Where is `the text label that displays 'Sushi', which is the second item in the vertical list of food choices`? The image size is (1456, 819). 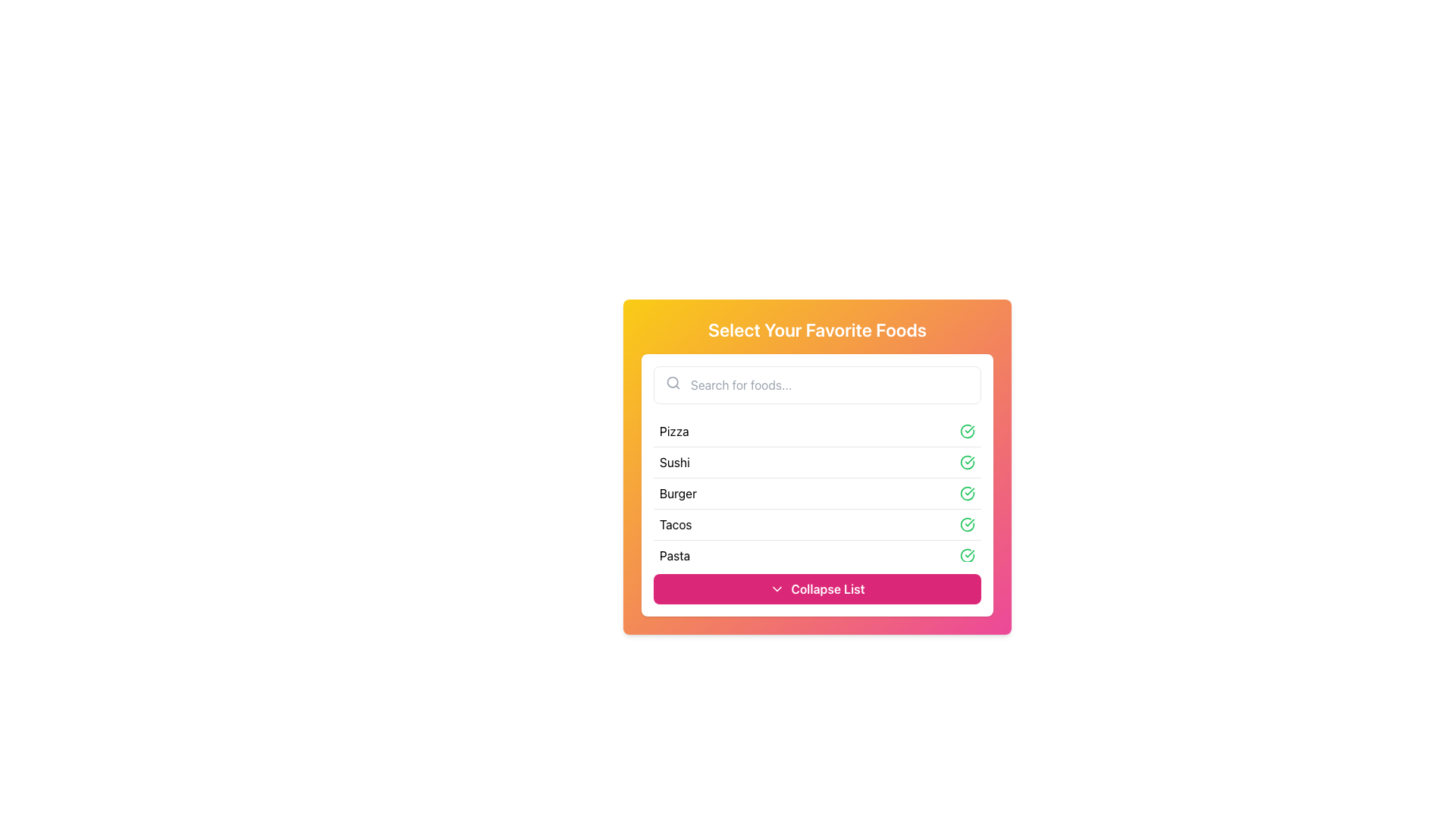
the text label that displays 'Sushi', which is the second item in the vertical list of food choices is located at coordinates (673, 461).